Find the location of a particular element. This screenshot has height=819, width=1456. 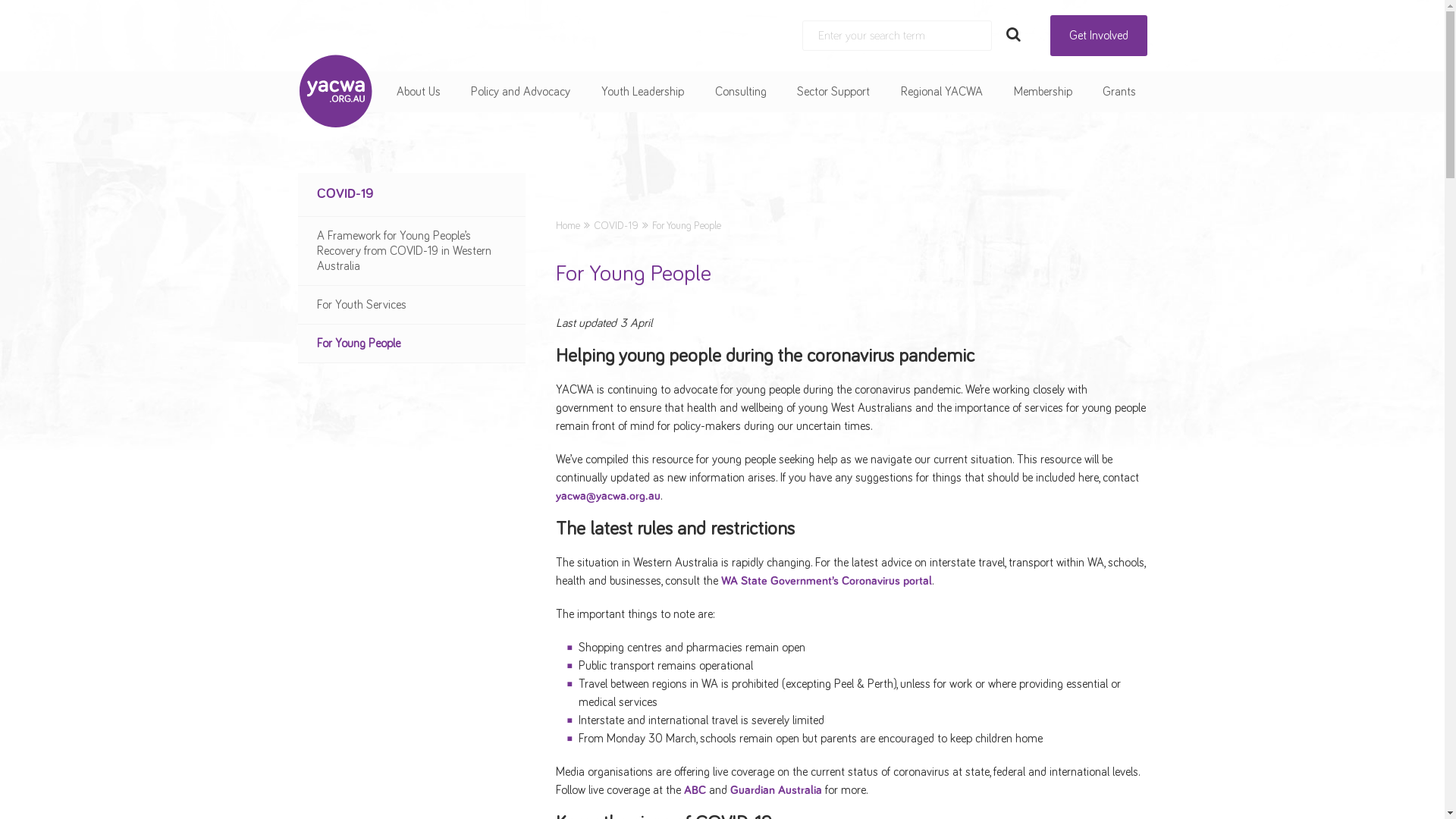

'Grants' is located at coordinates (1119, 91).